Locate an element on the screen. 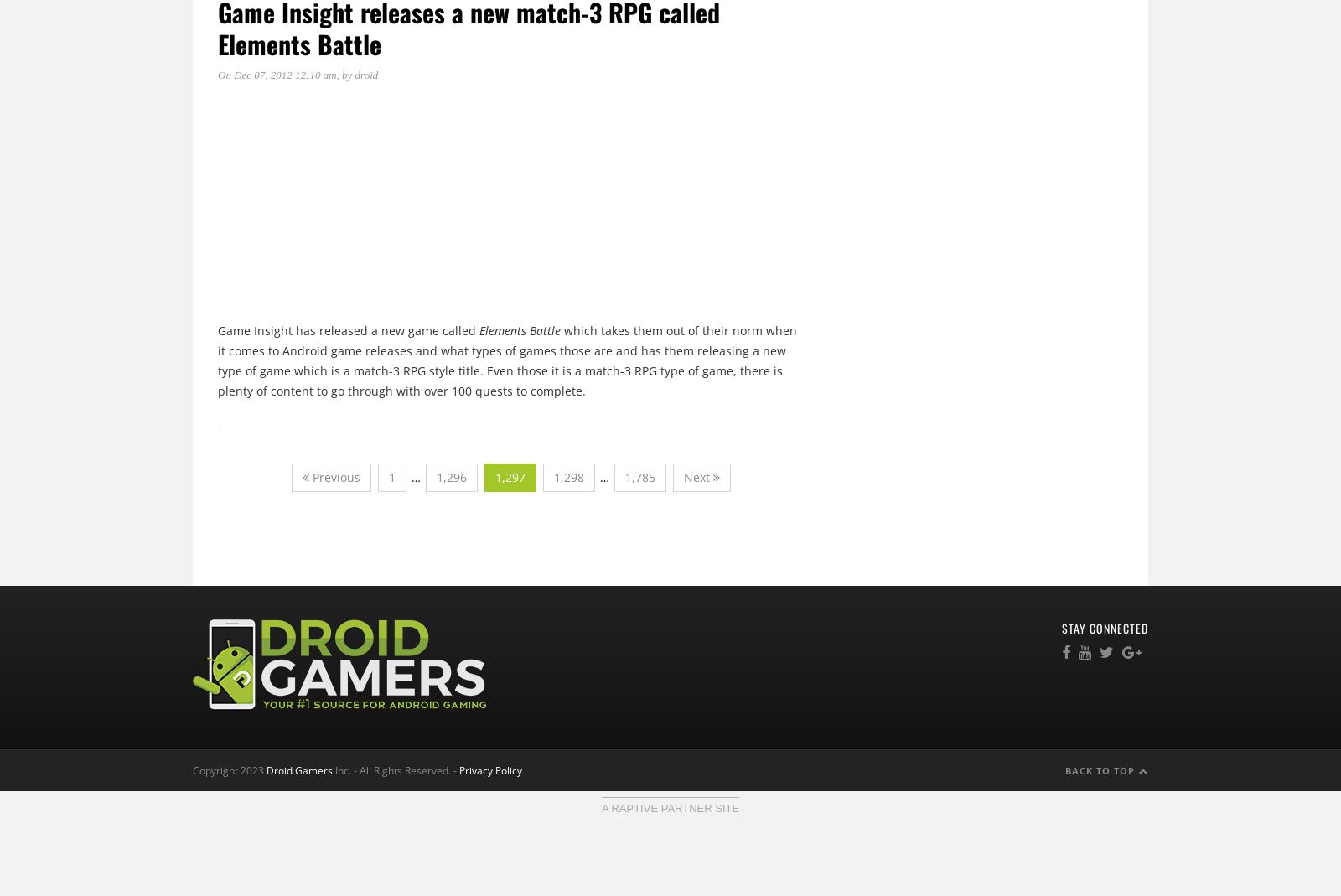 This screenshot has width=1341, height=896. ', by' is located at coordinates (335, 74).